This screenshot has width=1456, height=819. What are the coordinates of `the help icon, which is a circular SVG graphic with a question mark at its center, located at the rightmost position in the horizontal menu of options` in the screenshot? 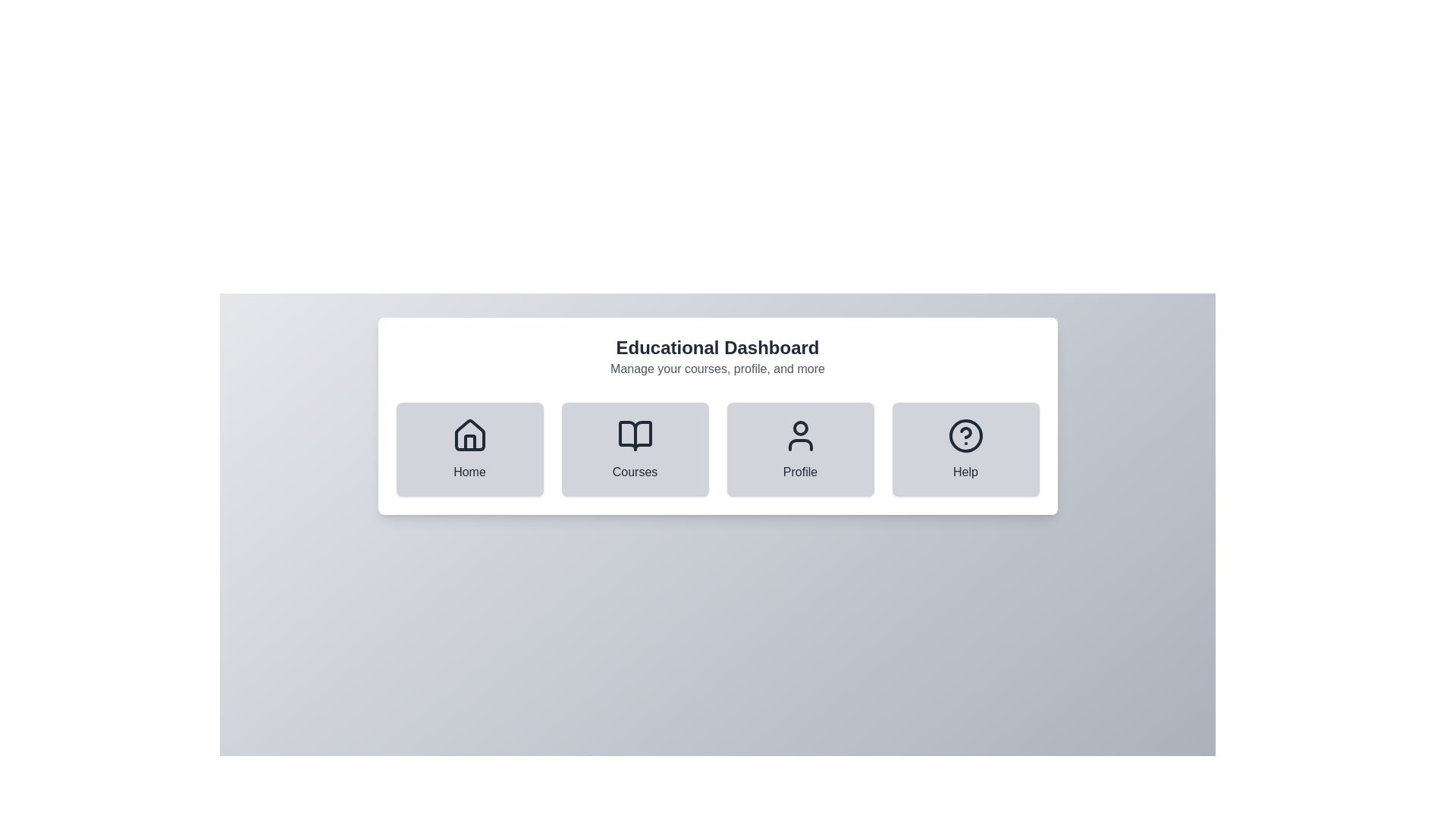 It's located at (965, 435).